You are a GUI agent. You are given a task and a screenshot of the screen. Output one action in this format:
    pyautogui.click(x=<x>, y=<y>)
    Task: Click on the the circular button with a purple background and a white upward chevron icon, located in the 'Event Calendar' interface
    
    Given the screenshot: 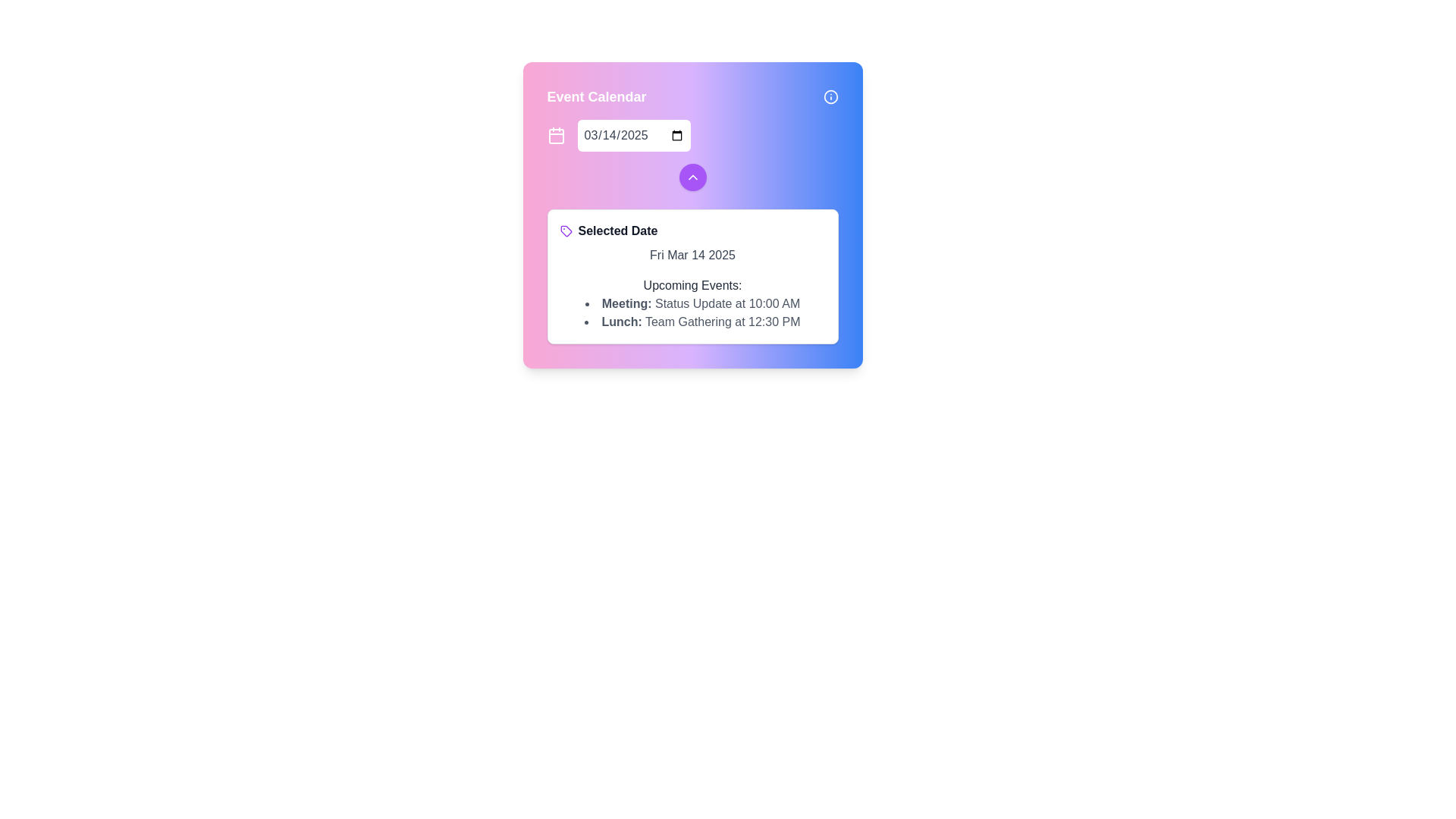 What is the action you would take?
    pyautogui.click(x=692, y=177)
    